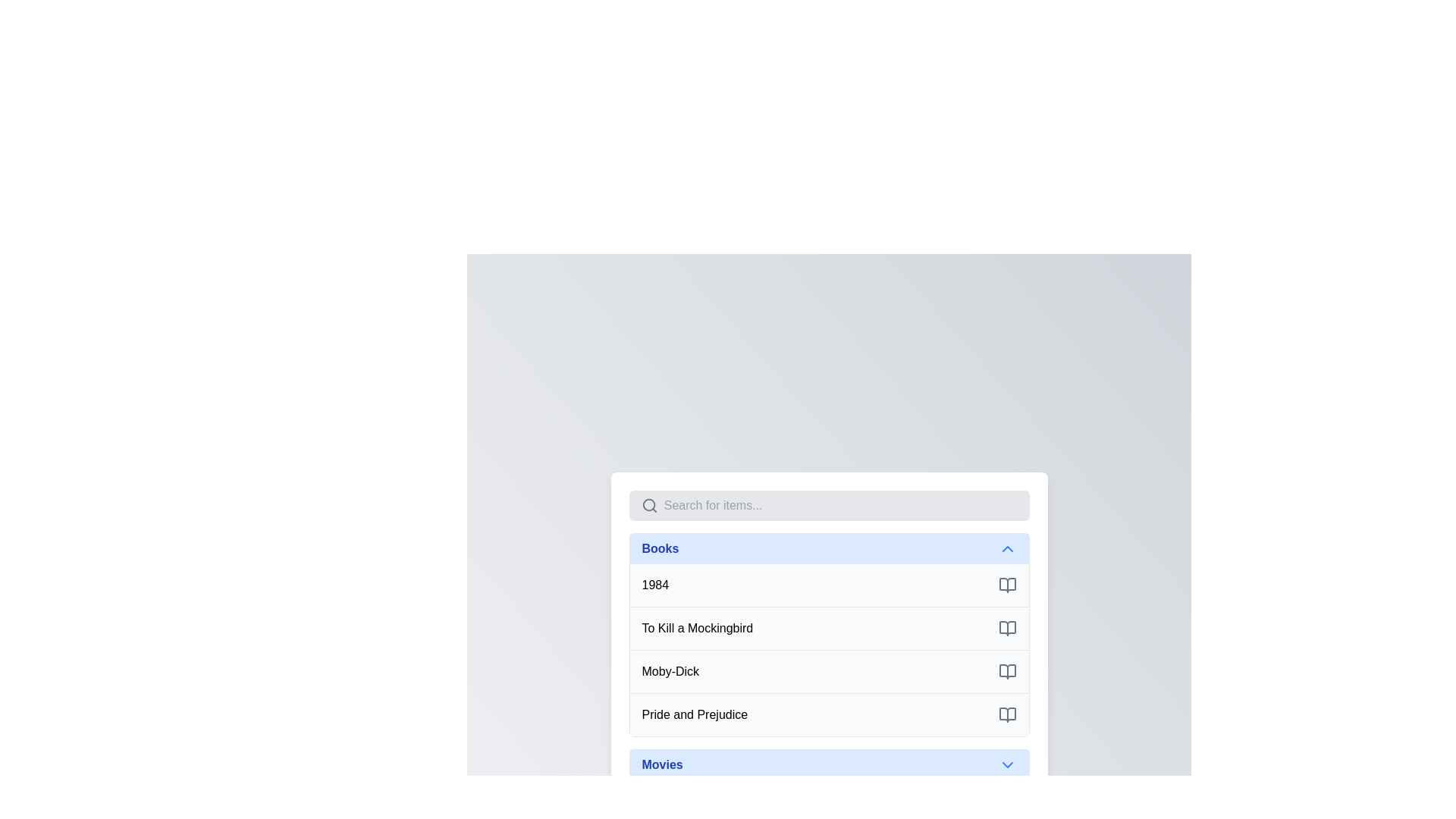  What do you see at coordinates (696, 628) in the screenshot?
I see `the text label displaying the book's title, which is the second item under the 'Books' heading in the list` at bounding box center [696, 628].